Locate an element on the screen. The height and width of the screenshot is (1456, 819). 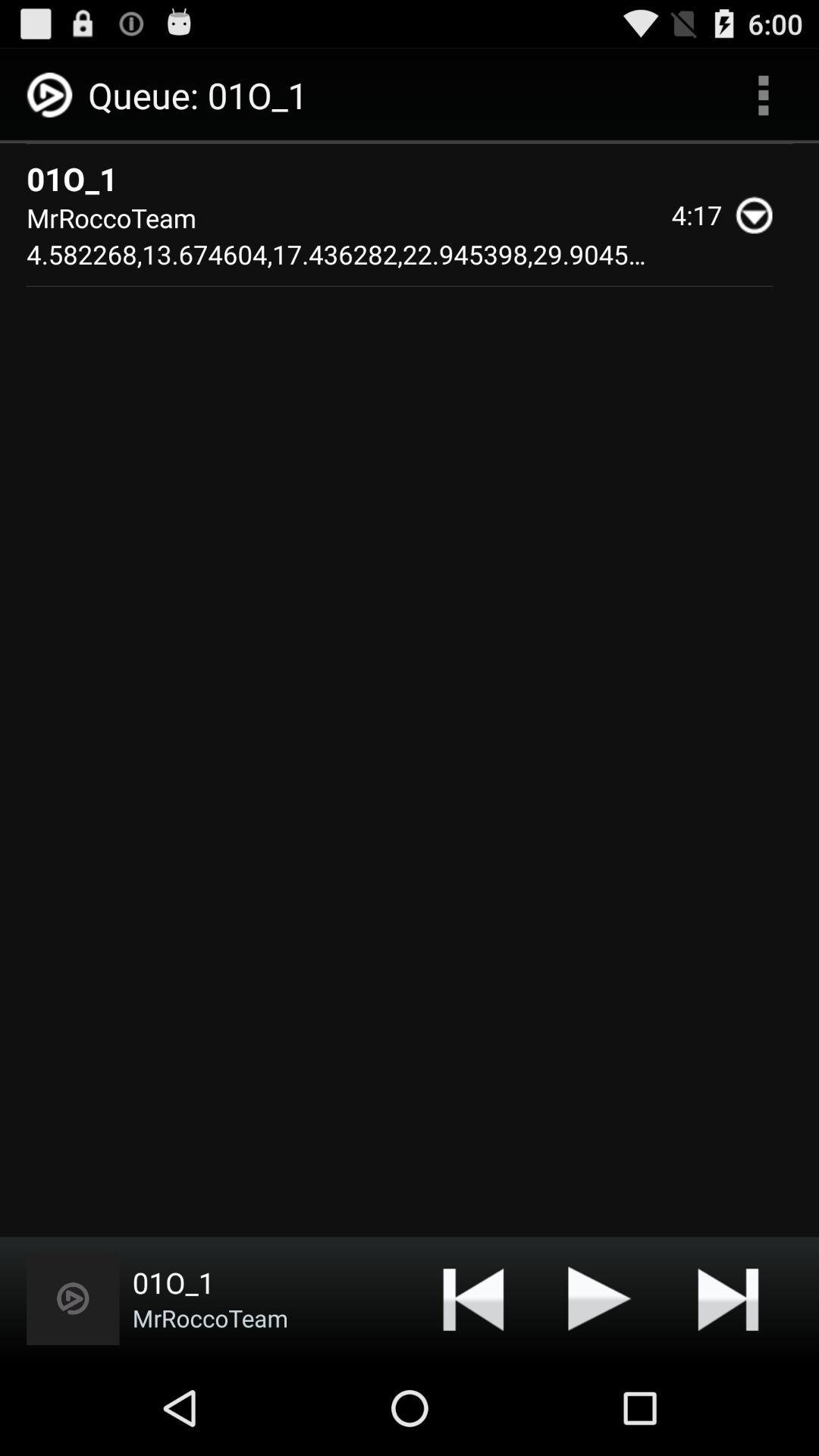
media is located at coordinates (599, 1298).